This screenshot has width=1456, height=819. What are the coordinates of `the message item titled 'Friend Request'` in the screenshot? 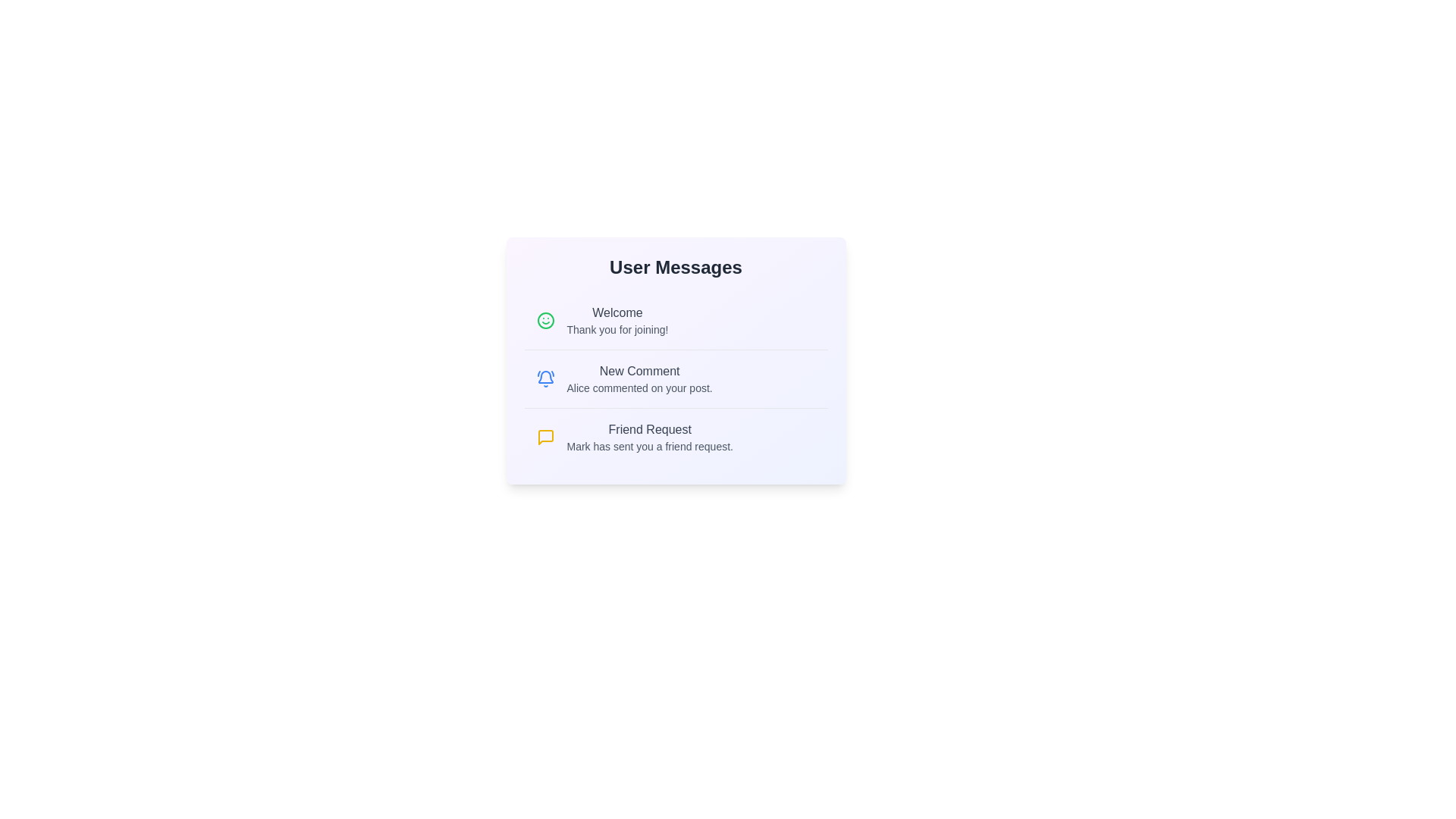 It's located at (675, 437).